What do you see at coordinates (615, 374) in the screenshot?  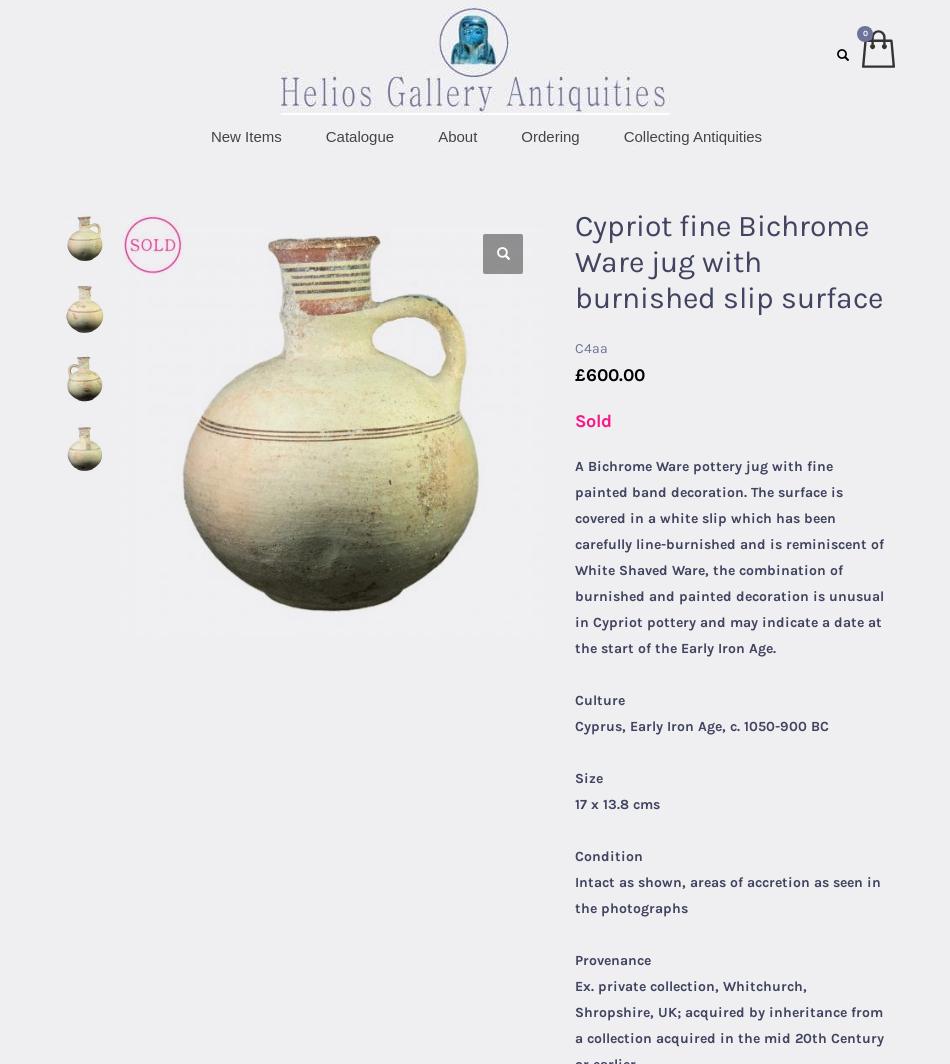 I see `'600.00'` at bounding box center [615, 374].